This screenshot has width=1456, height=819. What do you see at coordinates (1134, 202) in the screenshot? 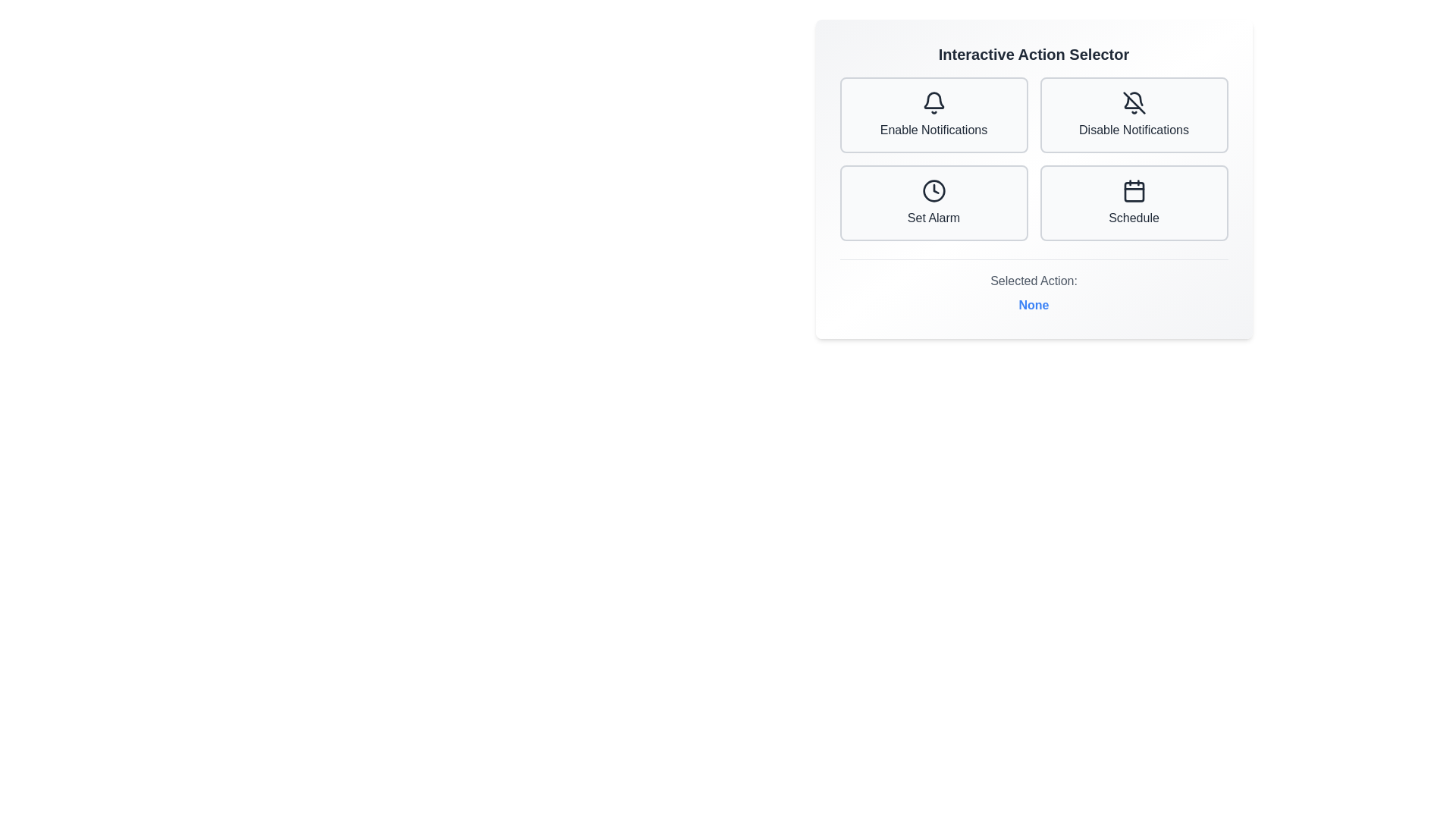
I see `the button corresponding to Schedule` at bounding box center [1134, 202].